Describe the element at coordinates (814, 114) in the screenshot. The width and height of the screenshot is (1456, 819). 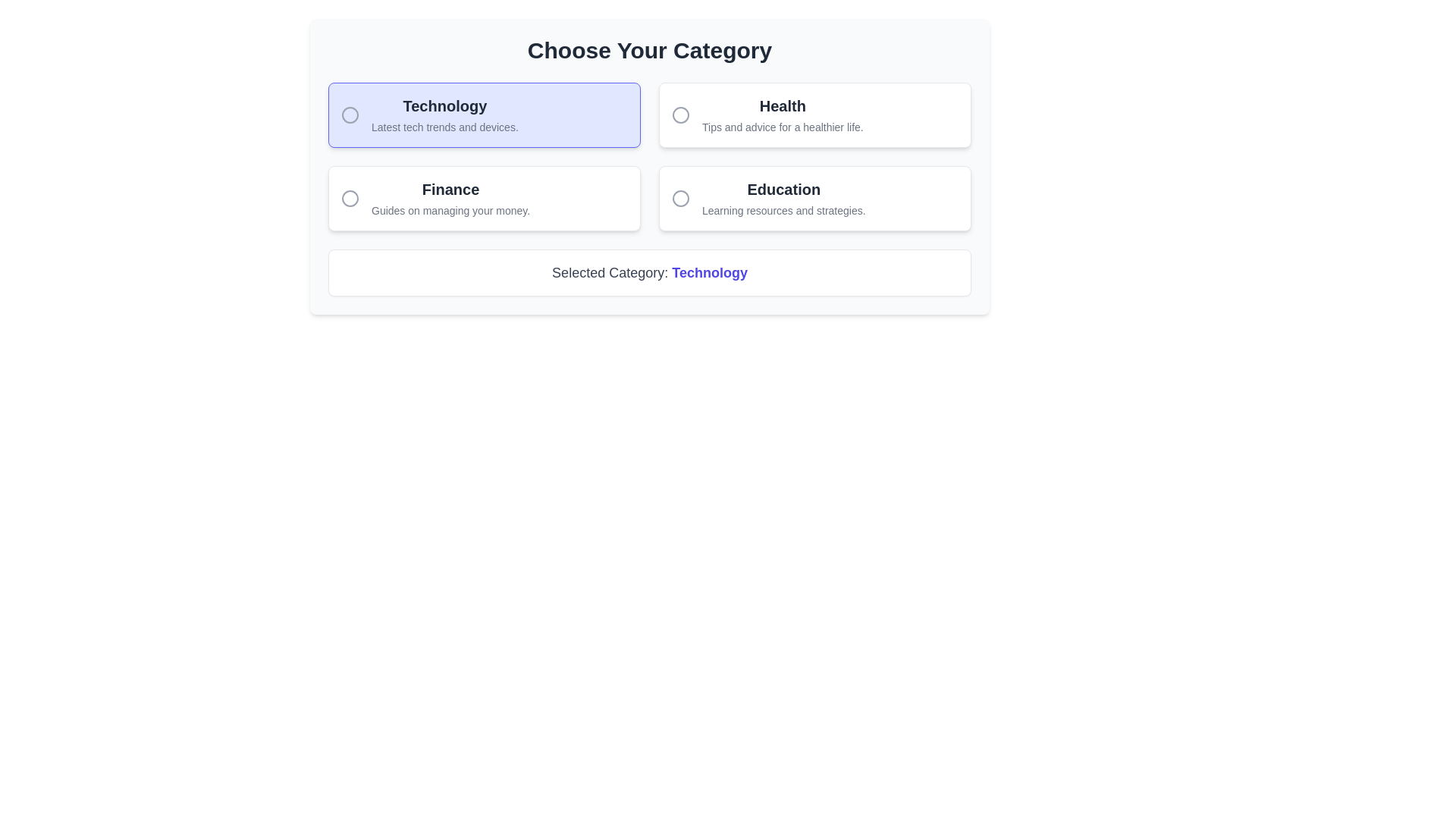
I see `the 'Health' category selection card using keyboard navigation` at that location.